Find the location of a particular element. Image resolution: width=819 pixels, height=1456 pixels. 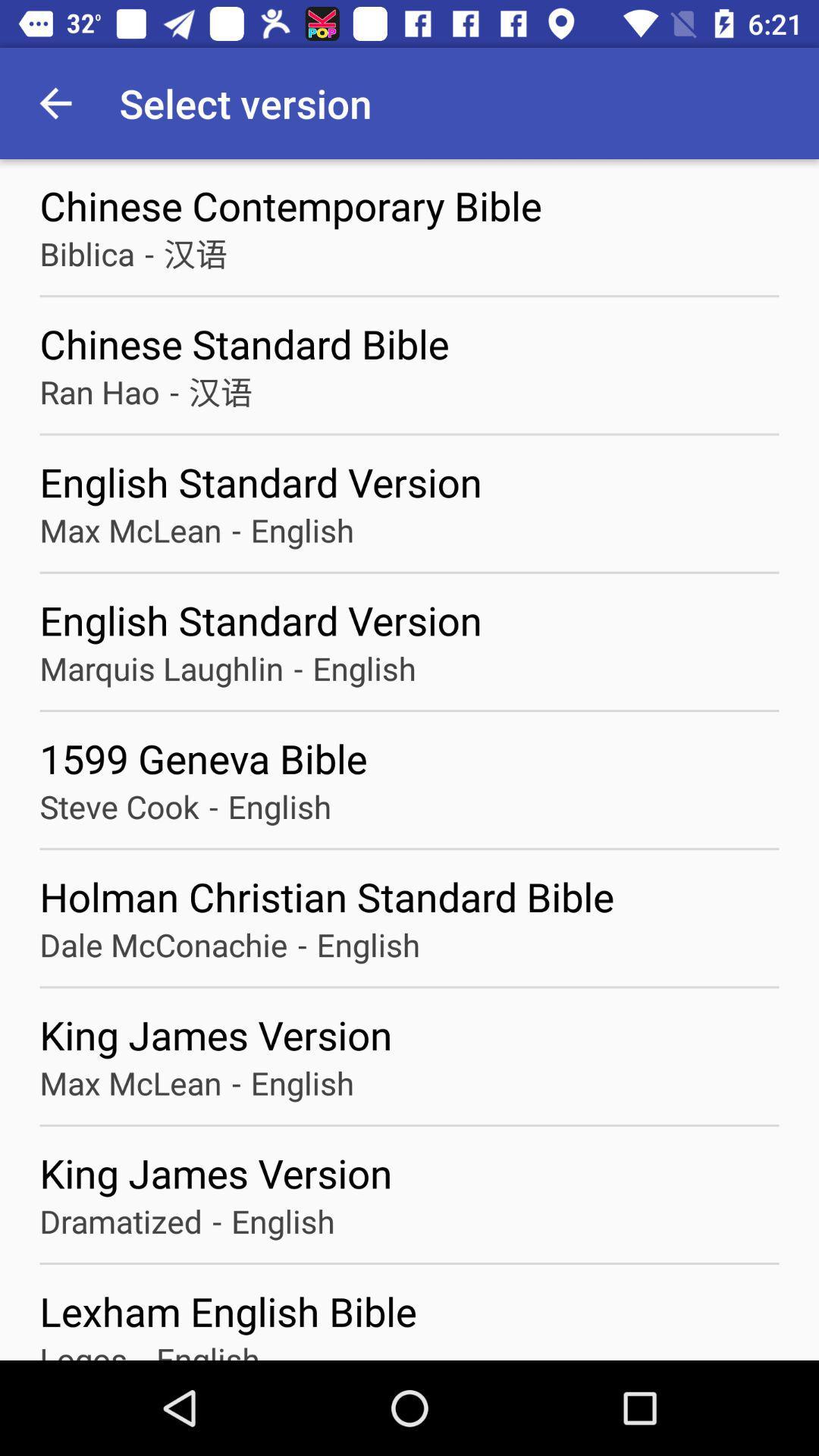

the icon above the king james version is located at coordinates (236, 1082).